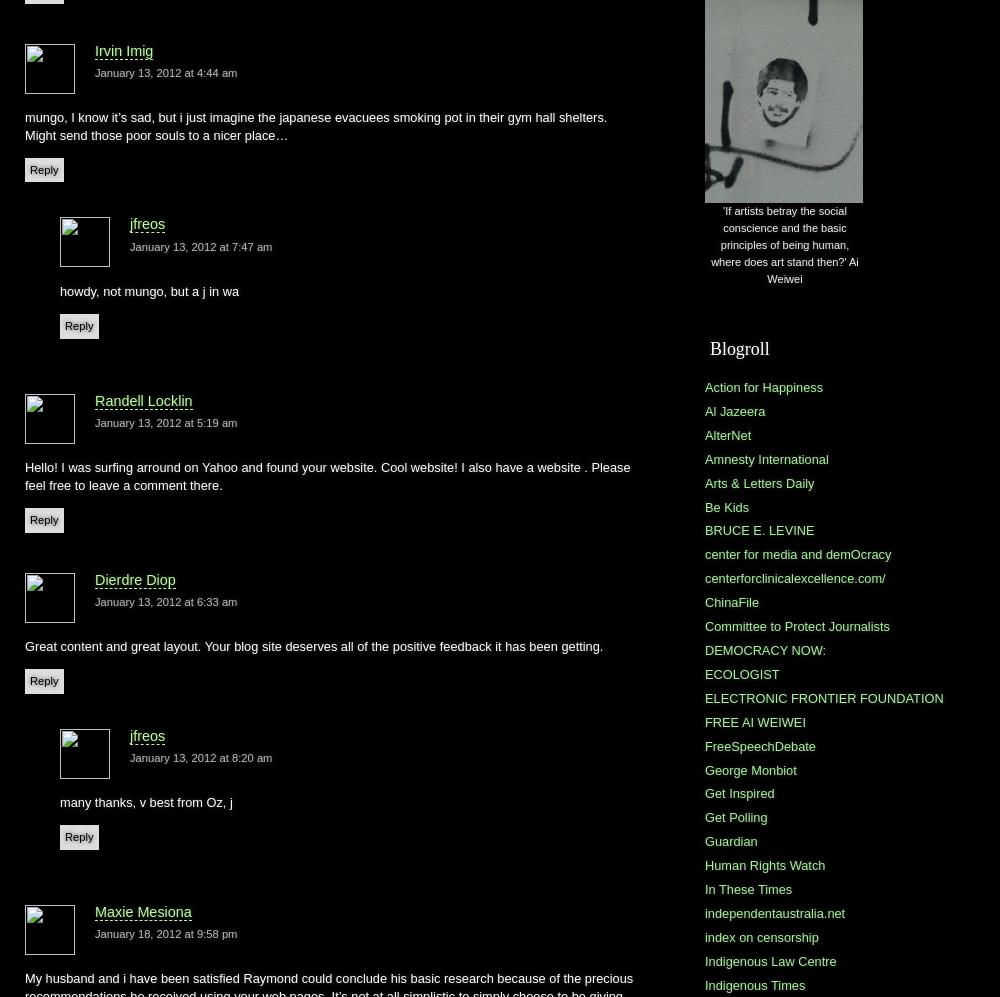 The image size is (1000, 997). What do you see at coordinates (200, 244) in the screenshot?
I see `'January 13, 2012 at 7:47 am'` at bounding box center [200, 244].